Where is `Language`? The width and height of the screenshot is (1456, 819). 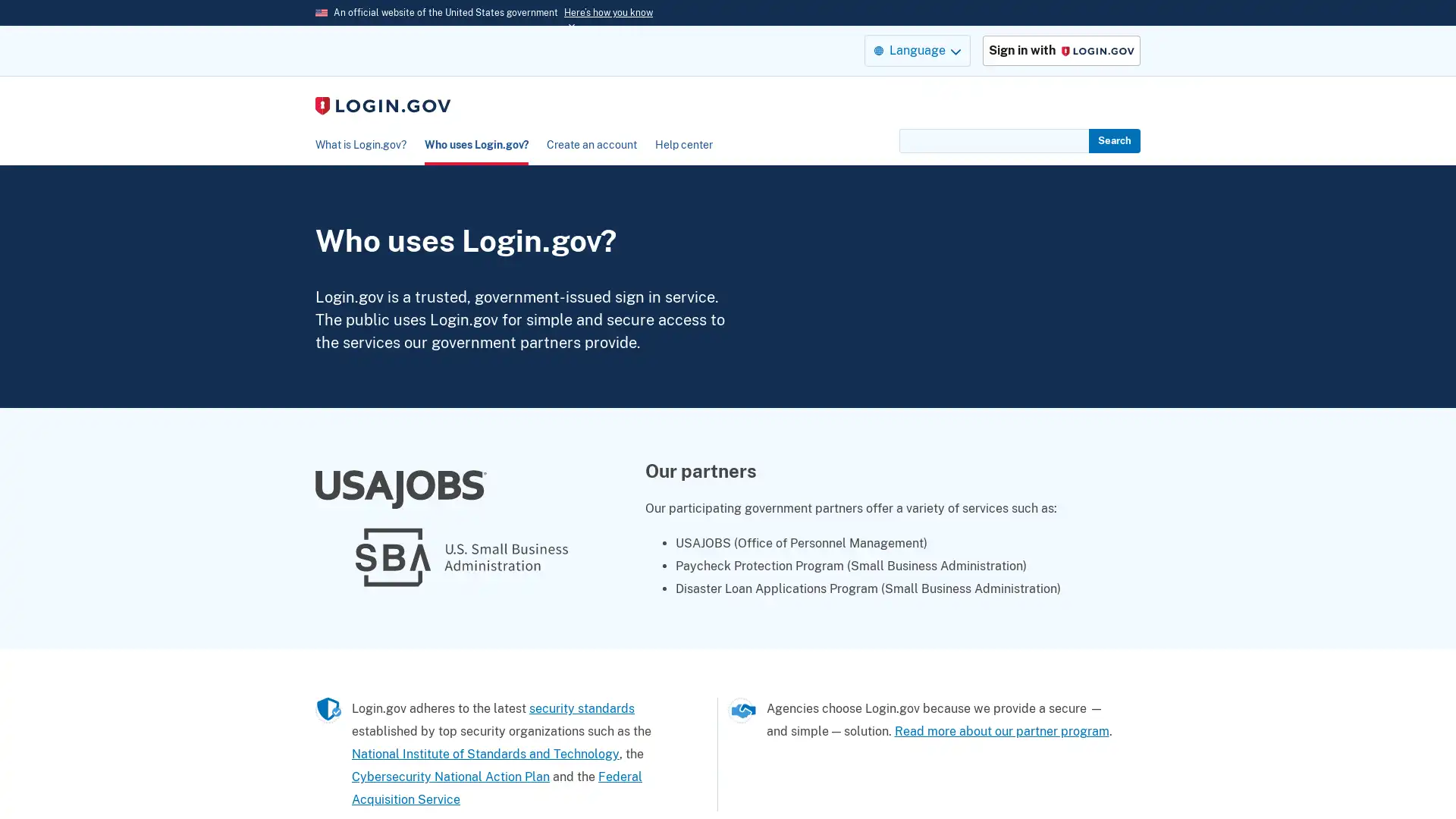 Language is located at coordinates (916, 49).